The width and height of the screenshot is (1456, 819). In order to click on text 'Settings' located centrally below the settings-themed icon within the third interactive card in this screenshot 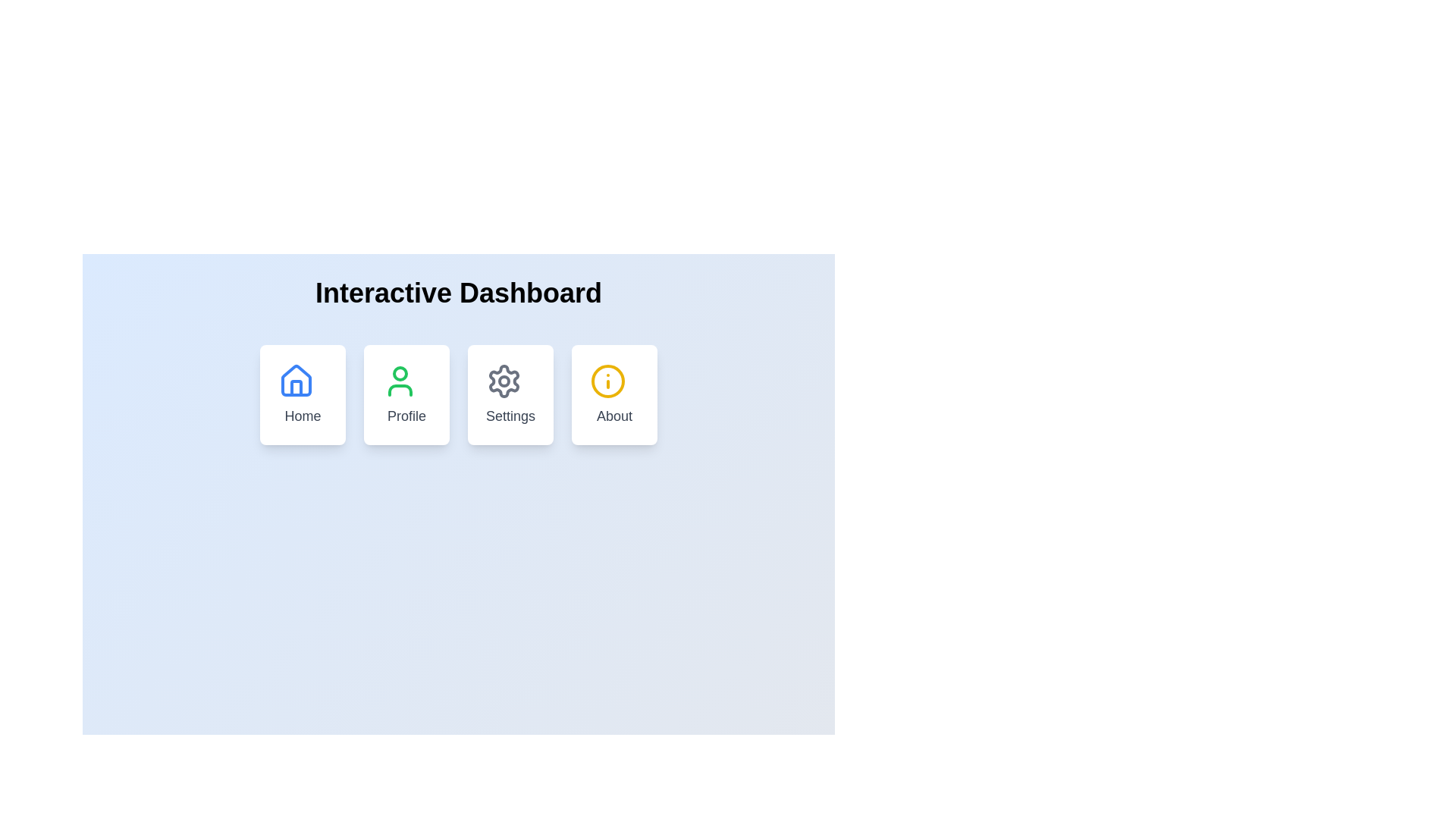, I will do `click(510, 416)`.